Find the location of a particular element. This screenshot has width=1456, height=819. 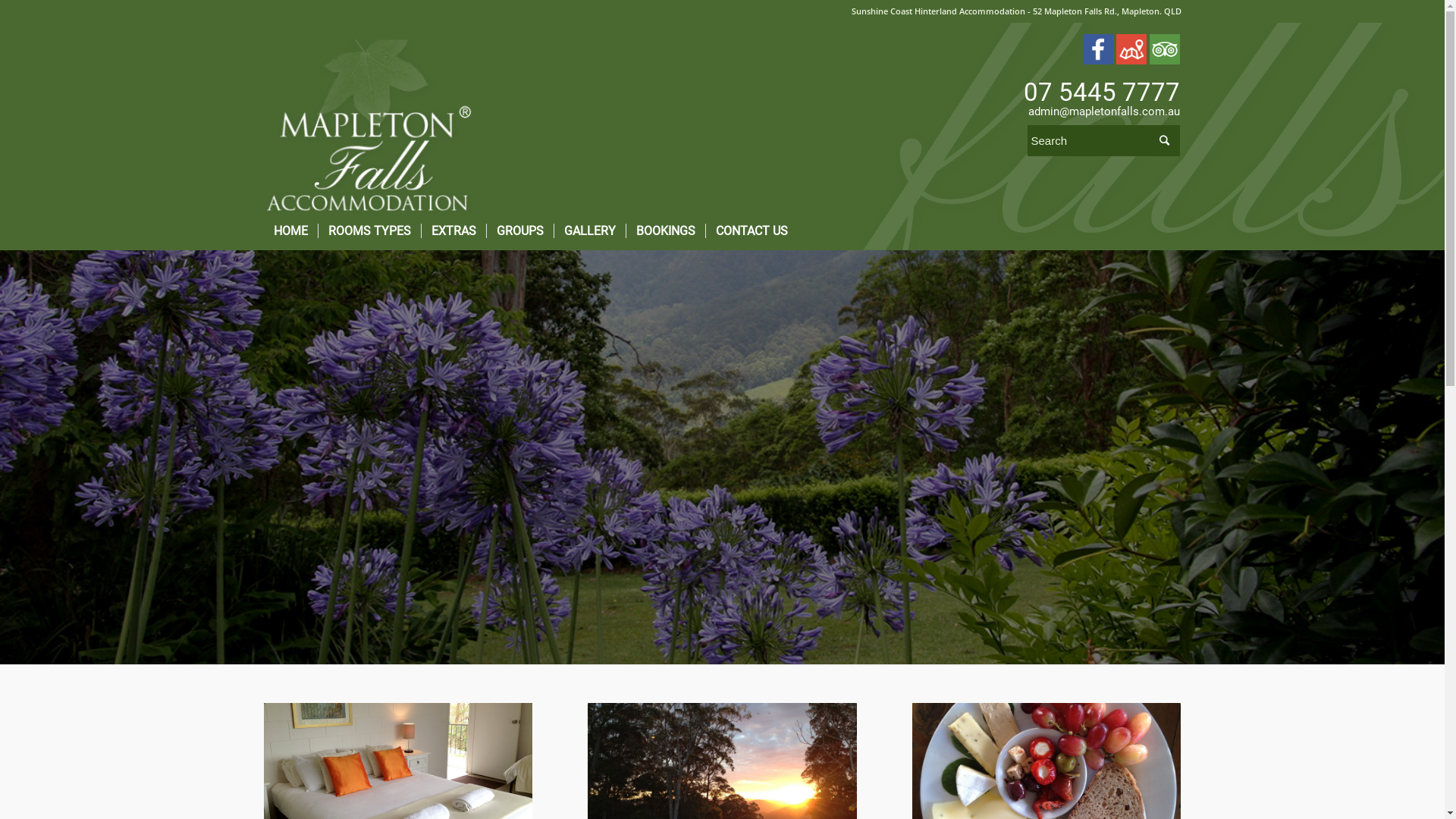

'EXTRAS' is located at coordinates (451, 231).